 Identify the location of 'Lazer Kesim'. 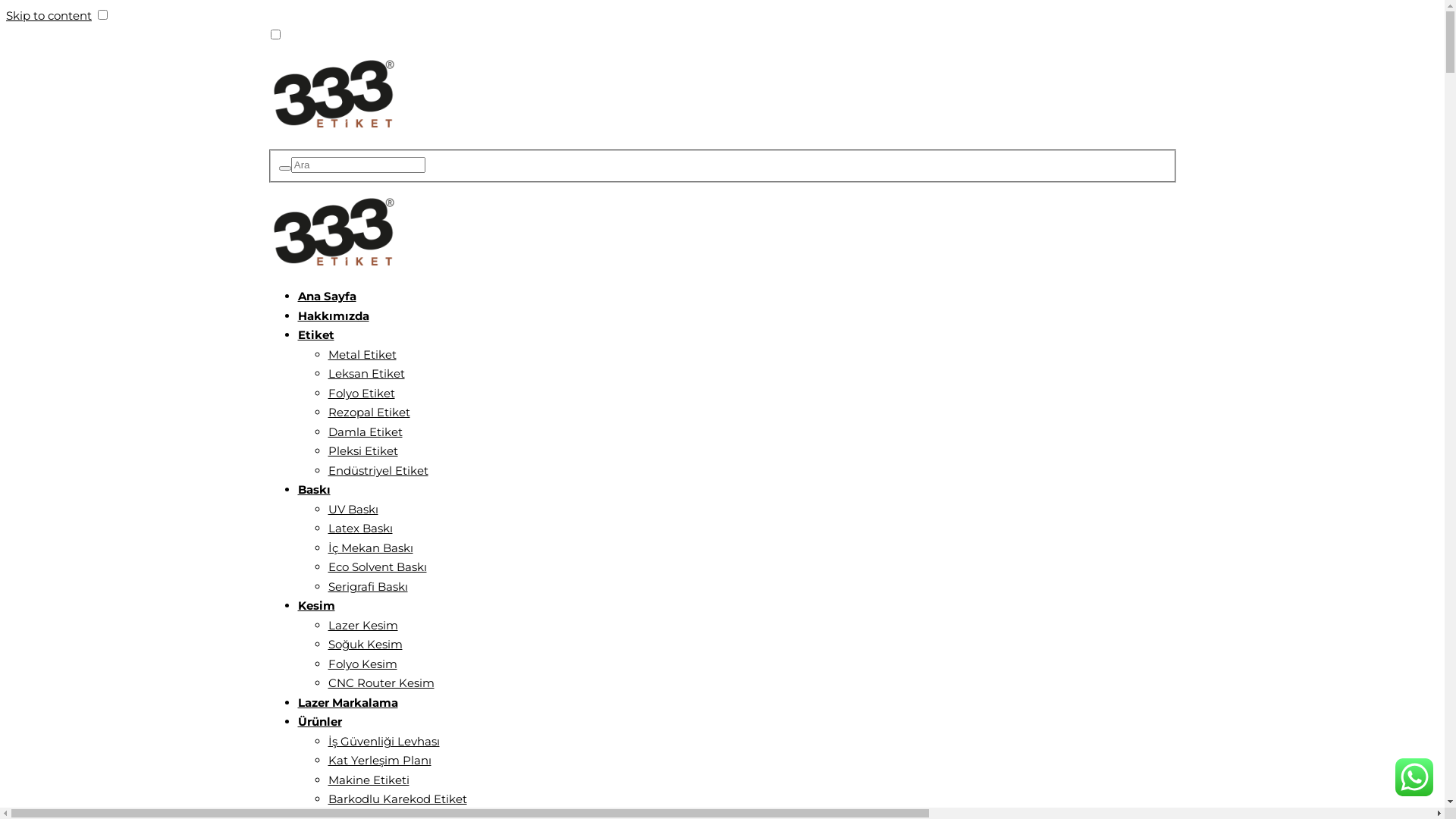
(327, 625).